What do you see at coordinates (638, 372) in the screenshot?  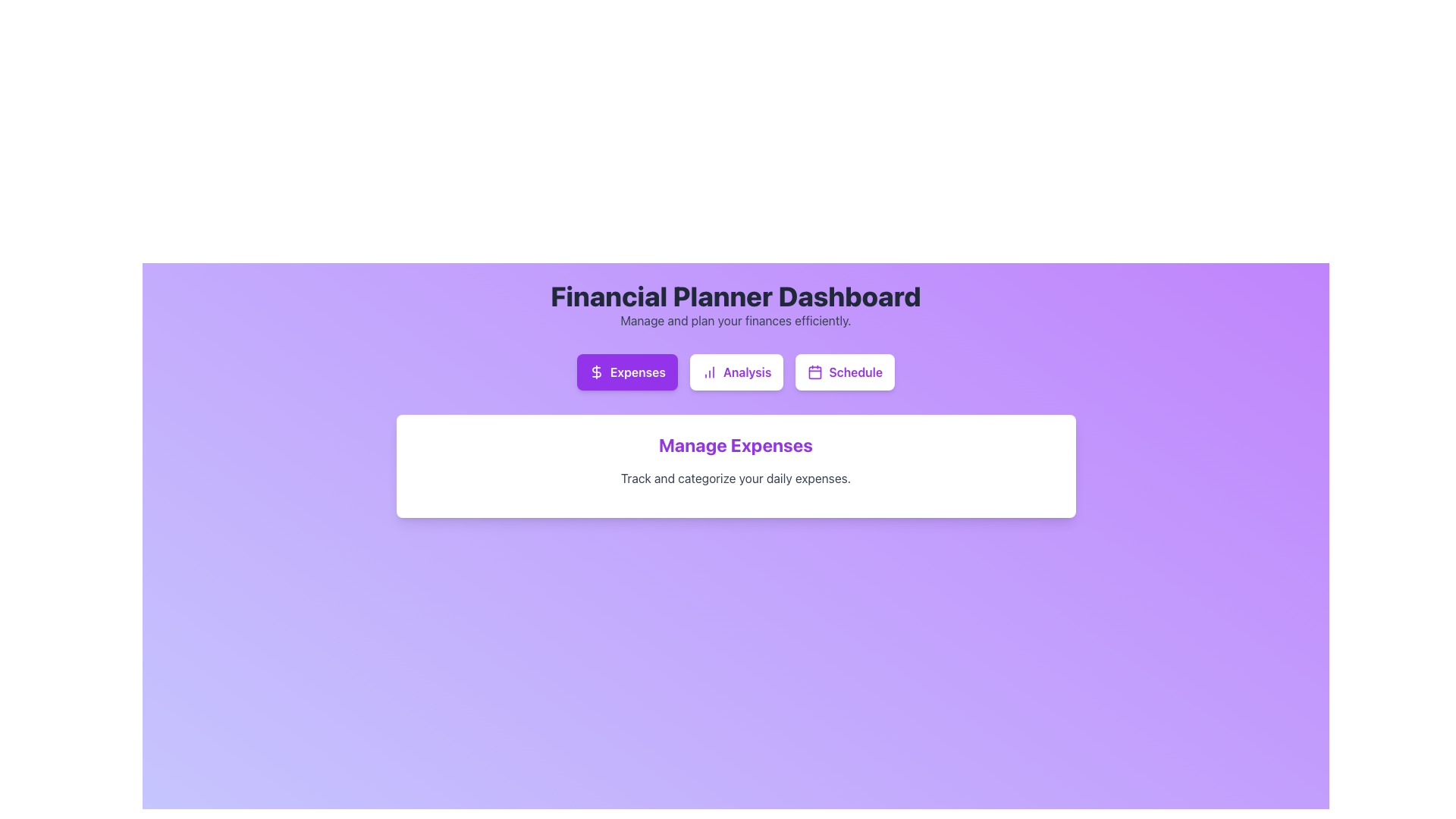 I see `the button labeled 'Expenses', which is a text label in white, bold font, part of a purple button with rounded edges, located below the title 'Financial Planner Dashboard'` at bounding box center [638, 372].